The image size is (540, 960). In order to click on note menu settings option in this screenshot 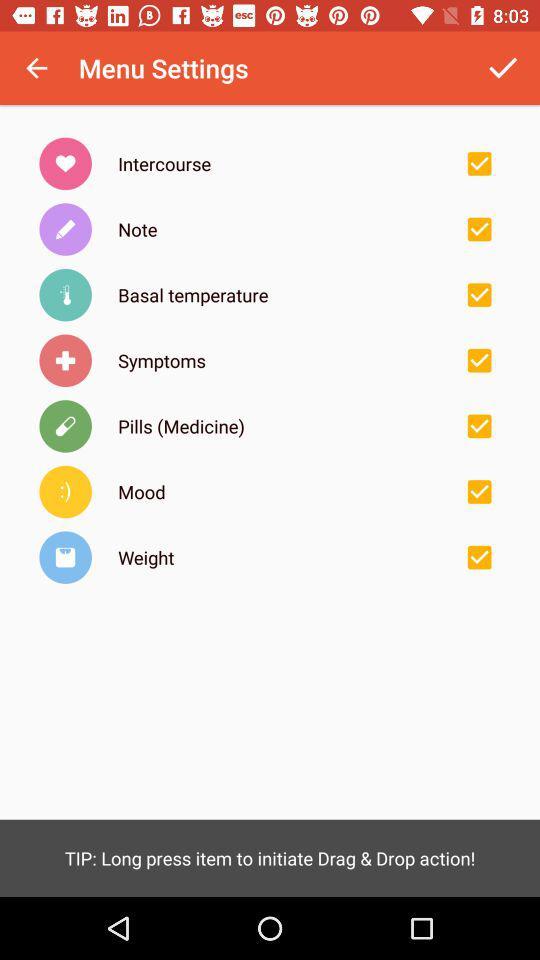, I will do `click(478, 229)`.